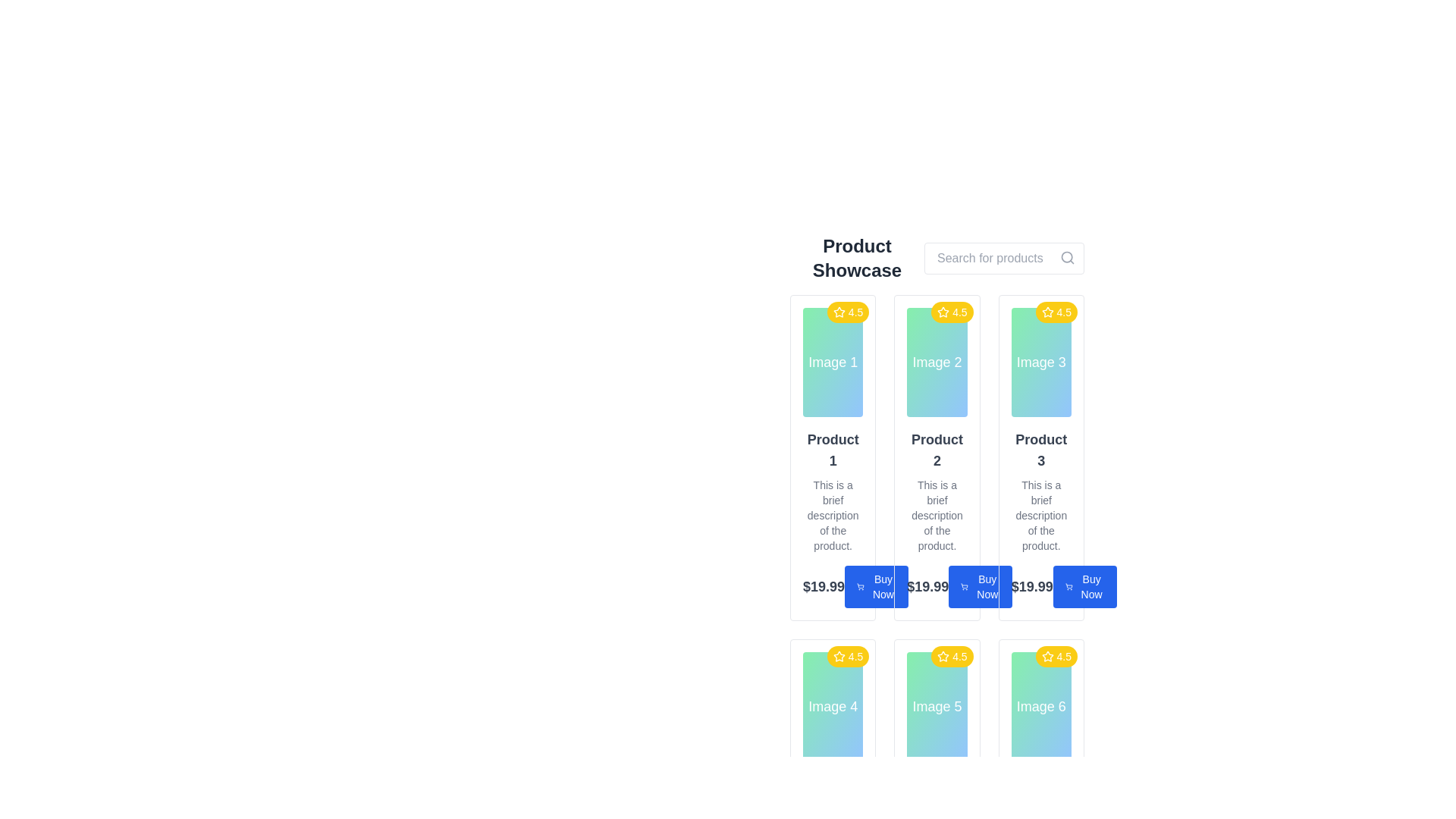 This screenshot has width=1456, height=819. What do you see at coordinates (832, 707) in the screenshot?
I see `the 'Image 4' text label, which is styled with a large white font on a green to blue gradient background, located in the first card of the second row in the grid` at bounding box center [832, 707].